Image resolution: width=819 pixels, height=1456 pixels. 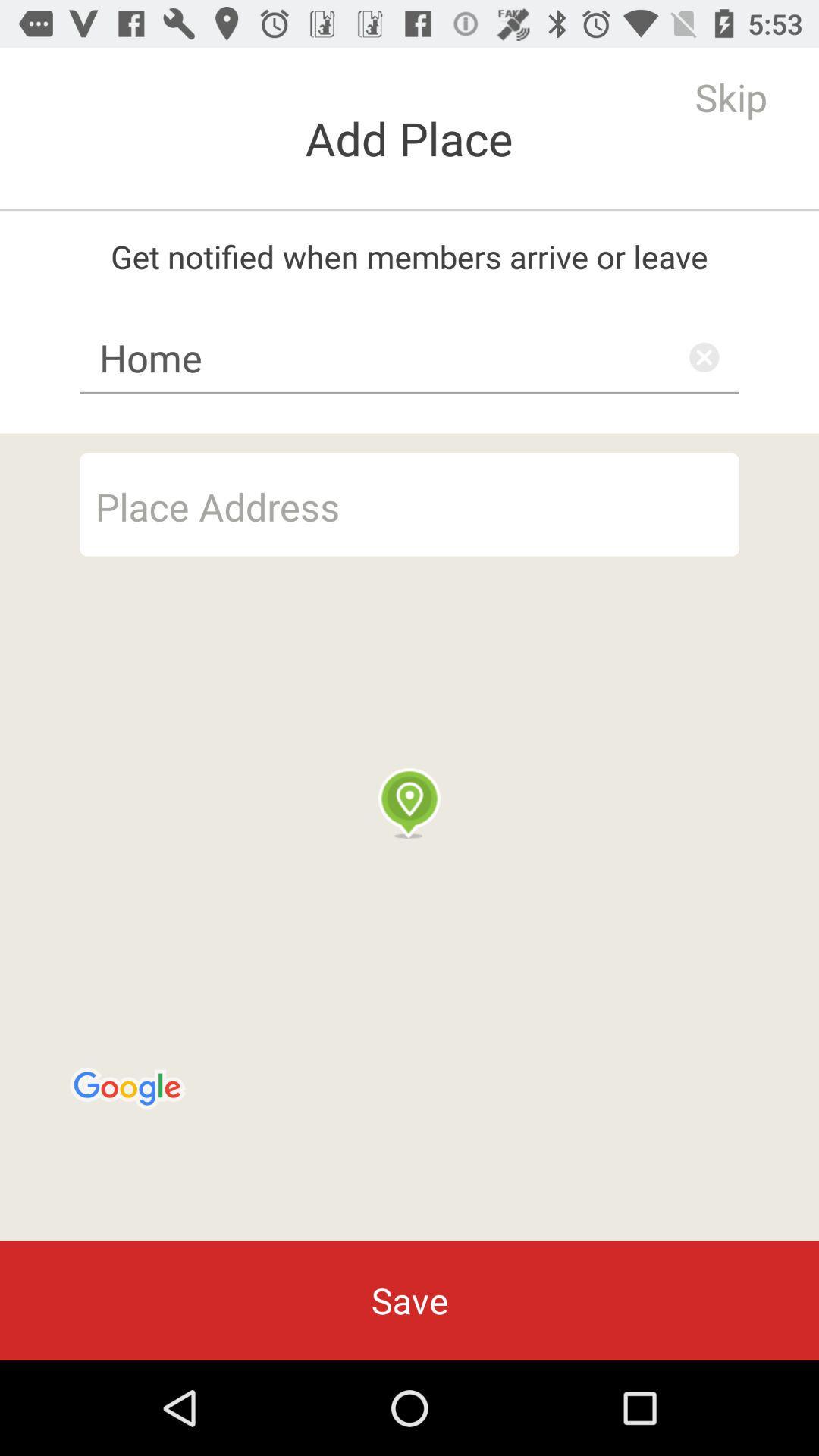 What do you see at coordinates (409, 836) in the screenshot?
I see `icon below the home item` at bounding box center [409, 836].